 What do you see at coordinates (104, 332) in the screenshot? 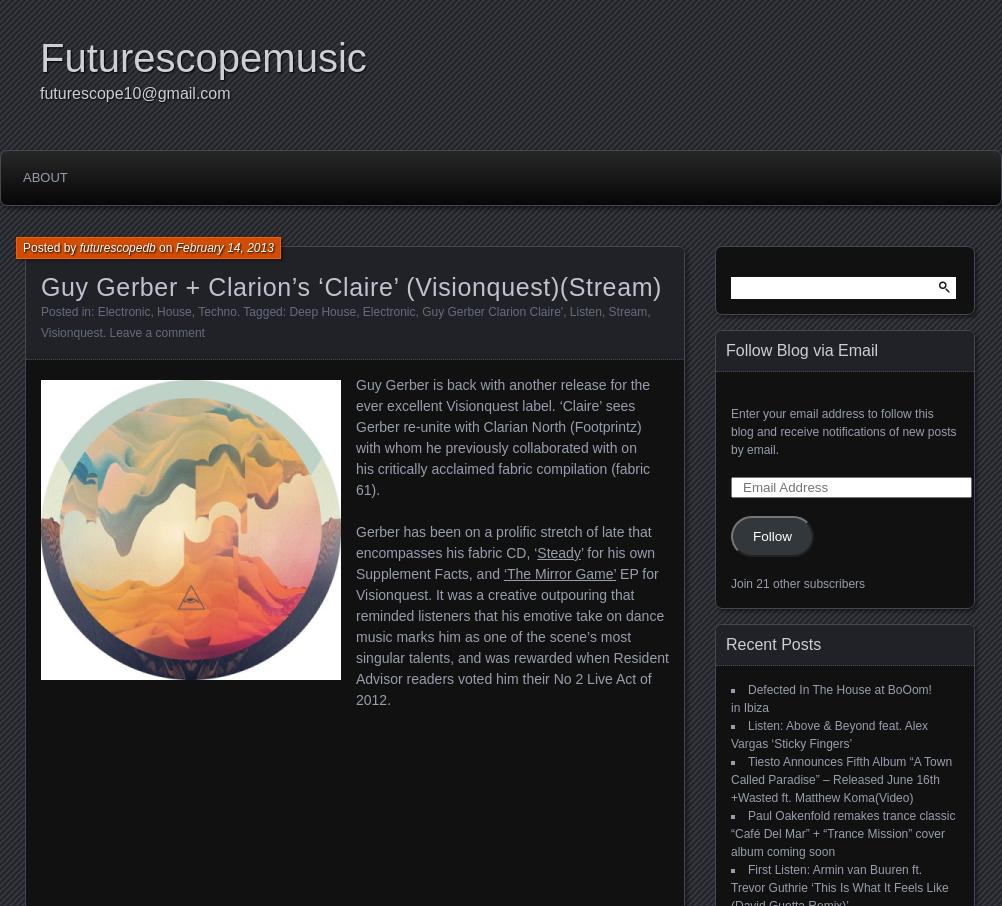
I see `'.'` at bounding box center [104, 332].